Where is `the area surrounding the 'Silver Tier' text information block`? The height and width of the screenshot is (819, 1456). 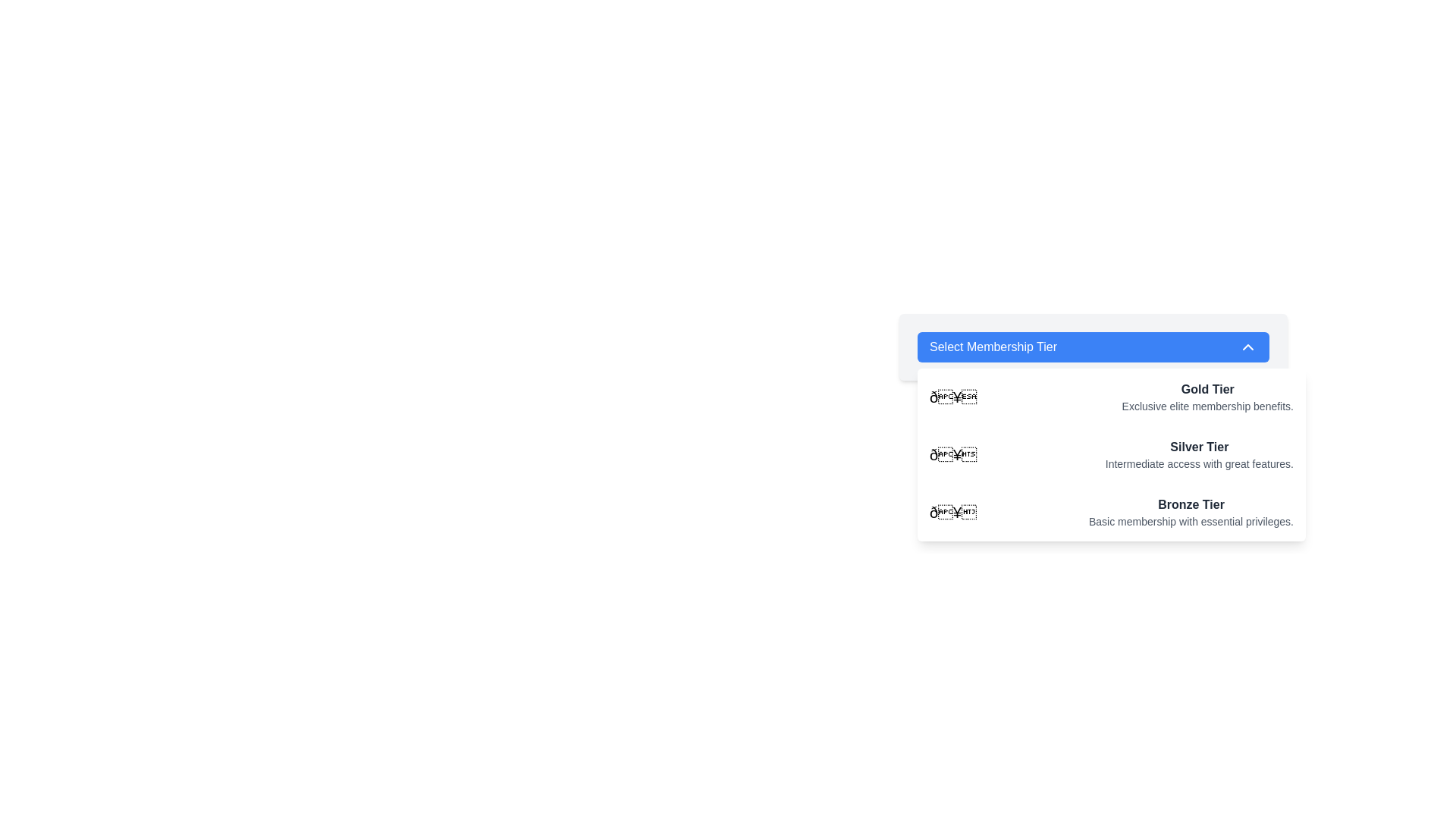 the area surrounding the 'Silver Tier' text information block is located at coordinates (1198, 454).